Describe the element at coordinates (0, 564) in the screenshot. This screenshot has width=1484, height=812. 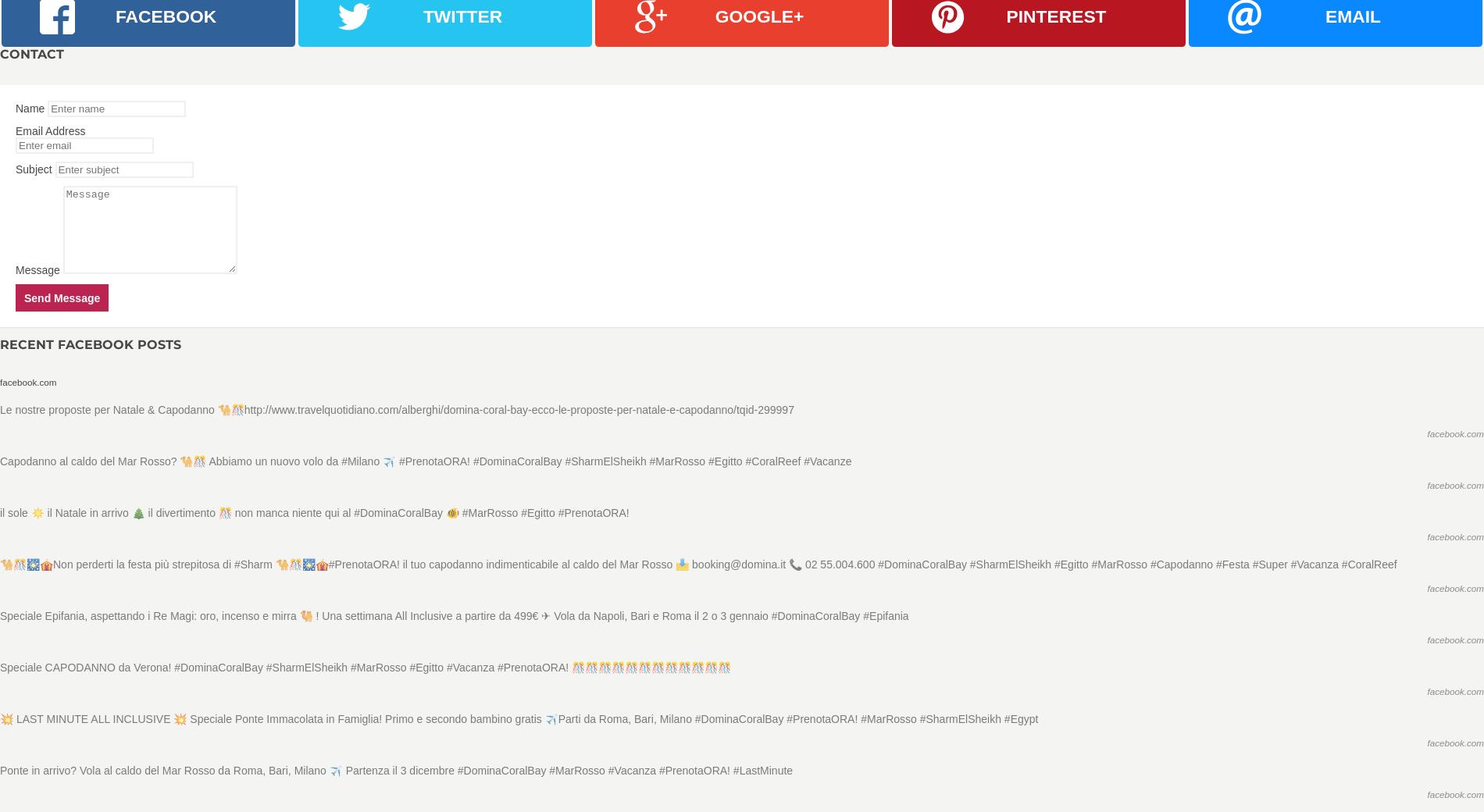
I see `'🐪🎊🎇🎪Non perderti la festa più strepitosa di #Sharm 🐪🎊🎇🎪#PrenotaORA! il tuo capodanno indimenticabile al caldo del Mar Rosso 

📩 booking@domina.it
📞 02 55.004.600

#DominaCoralBay #SharmElSheikh #Egitto #MarRosso #Capodanno #Festa #Super #Vacanza #CoralReef'` at that location.